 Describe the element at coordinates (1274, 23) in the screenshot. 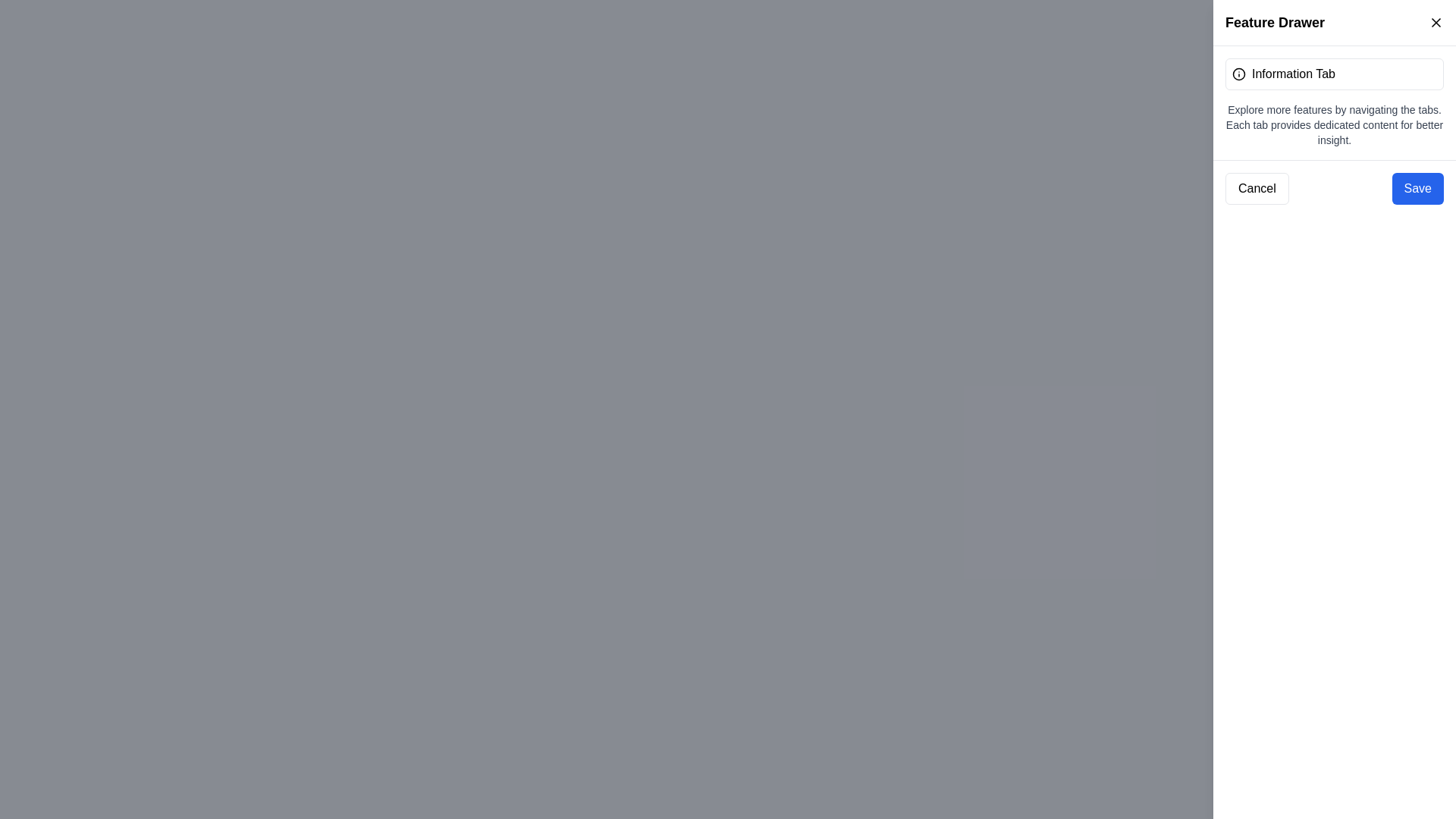

I see `title text located in the header section of the sidebar, which serves as a context or identifier for the user` at that location.